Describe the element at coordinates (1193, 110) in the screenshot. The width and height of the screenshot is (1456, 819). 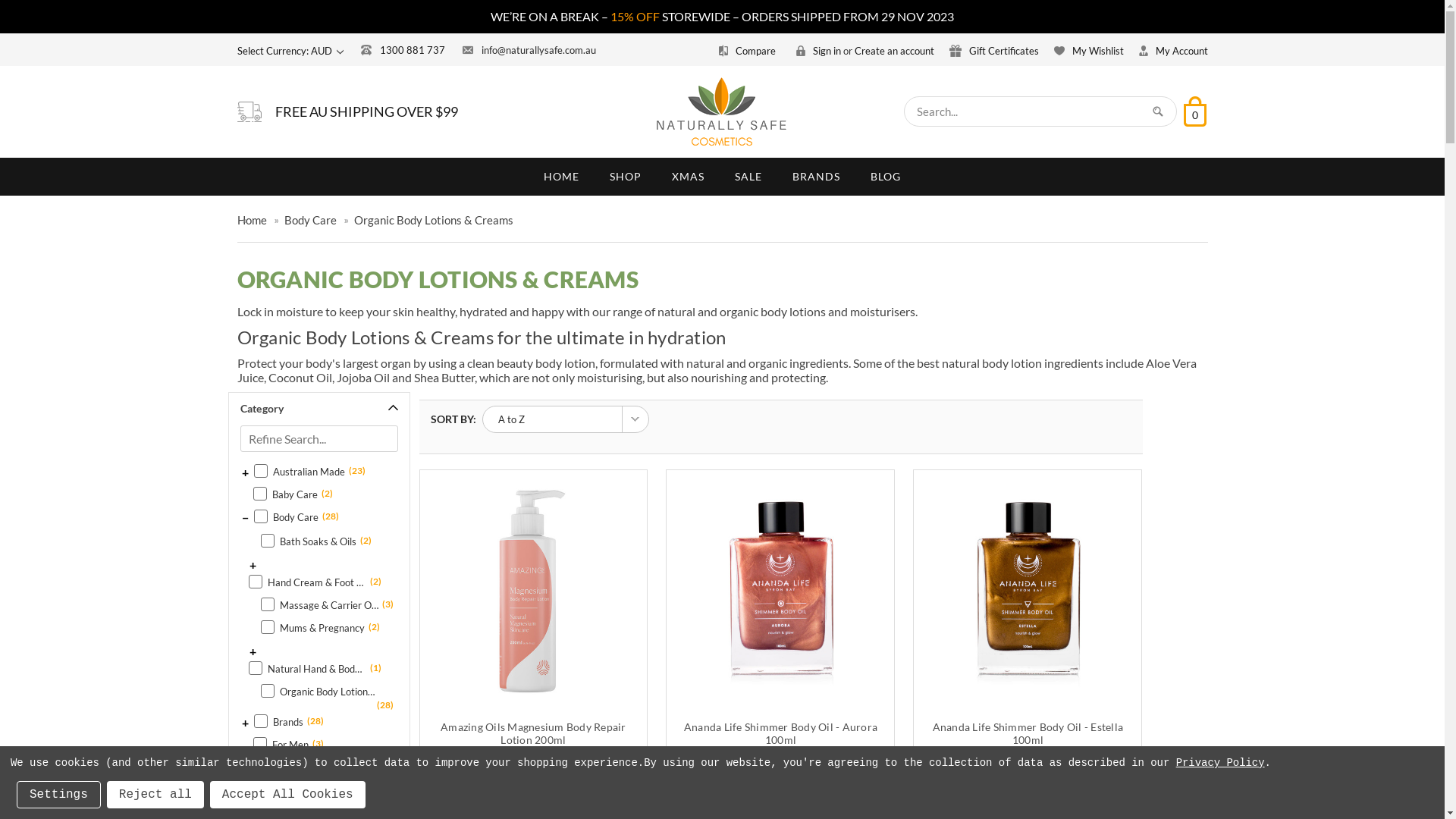
I see `'0'` at that location.